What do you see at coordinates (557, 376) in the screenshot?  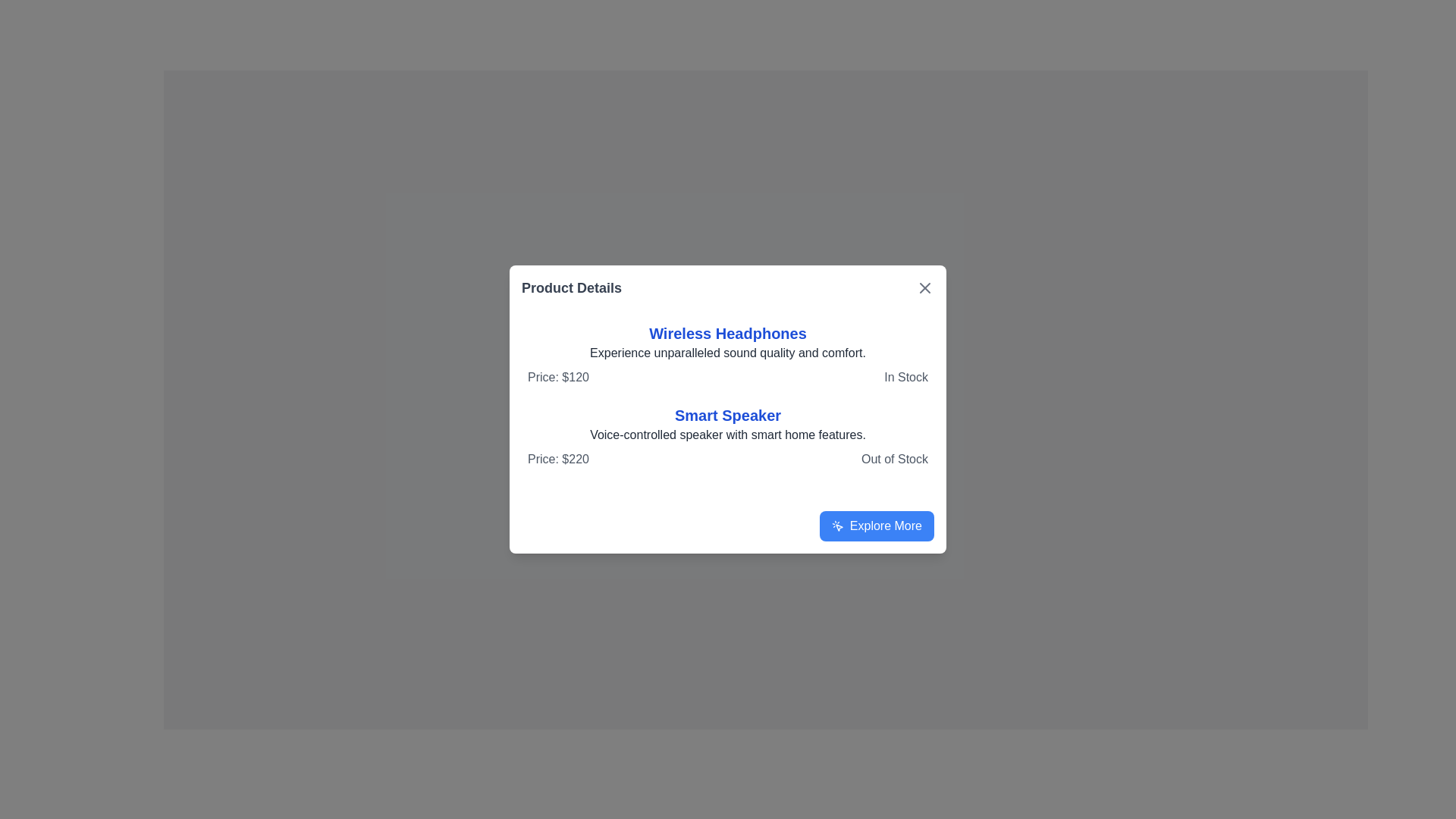 I see `static text label displaying the price '$120' for the product 'Wireless Headphones' located in the product information card` at bounding box center [557, 376].